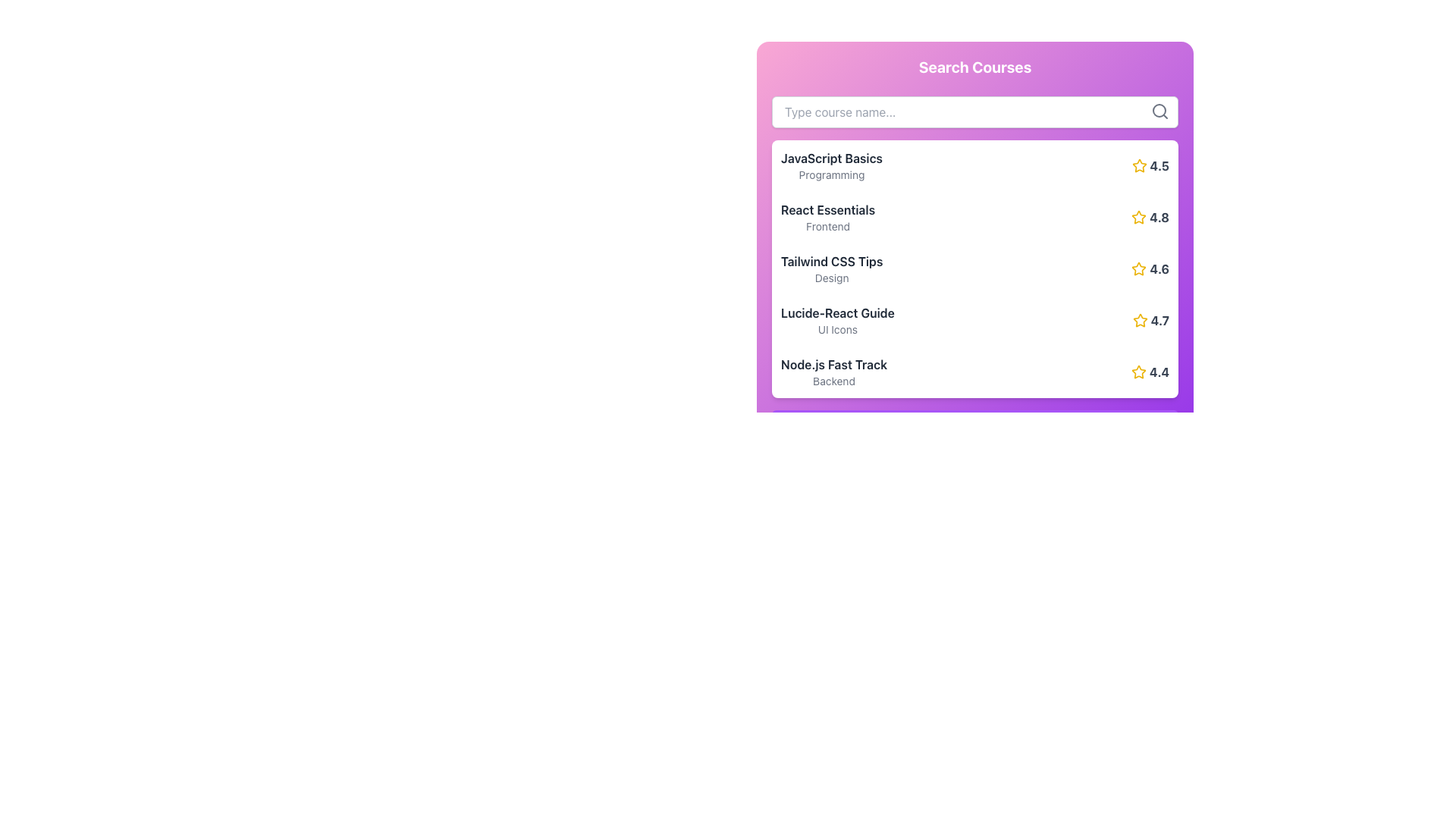 Image resolution: width=1456 pixels, height=819 pixels. Describe the element at coordinates (1140, 320) in the screenshot. I see `the yellow star icon indicating a rating of 4.7 for the 'Lucide-React Guide' item in the fourth row of the purple card` at that location.